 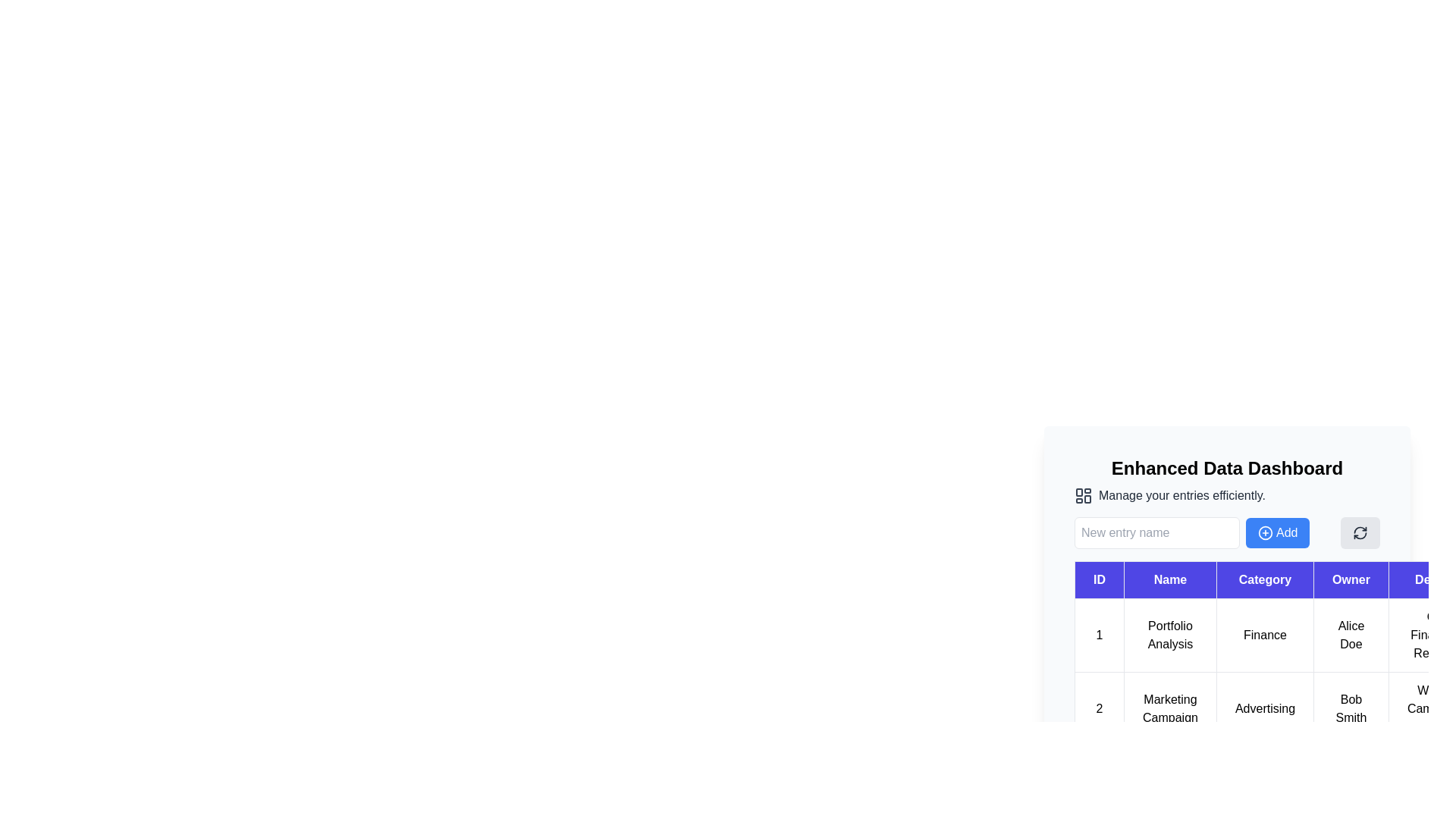 What do you see at coordinates (1360, 532) in the screenshot?
I see `the Circular refresh icon located within the button styled with rounded edges` at bounding box center [1360, 532].